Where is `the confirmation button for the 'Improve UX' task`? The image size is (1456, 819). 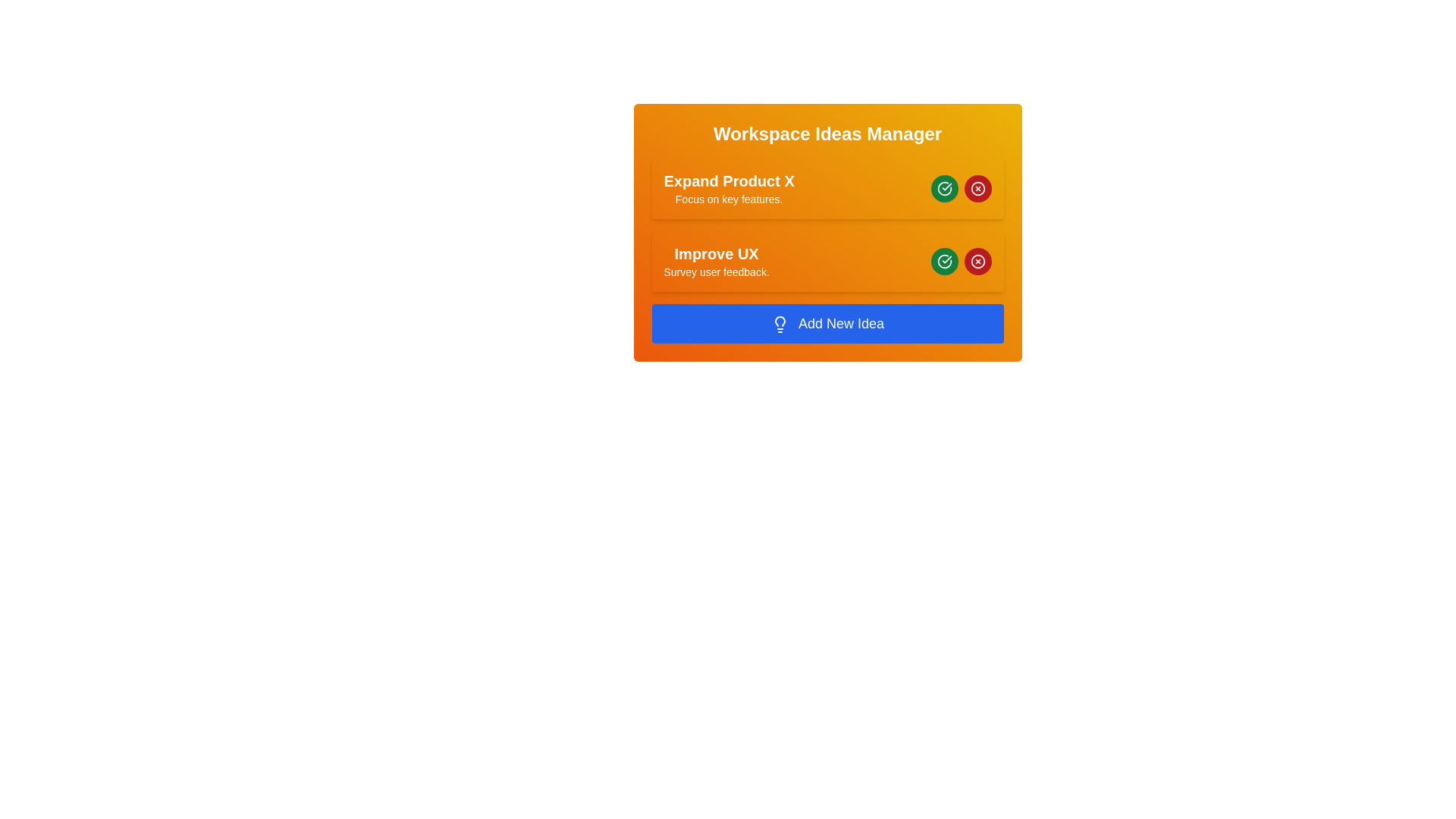 the confirmation button for the 'Improve UX' task is located at coordinates (943, 260).